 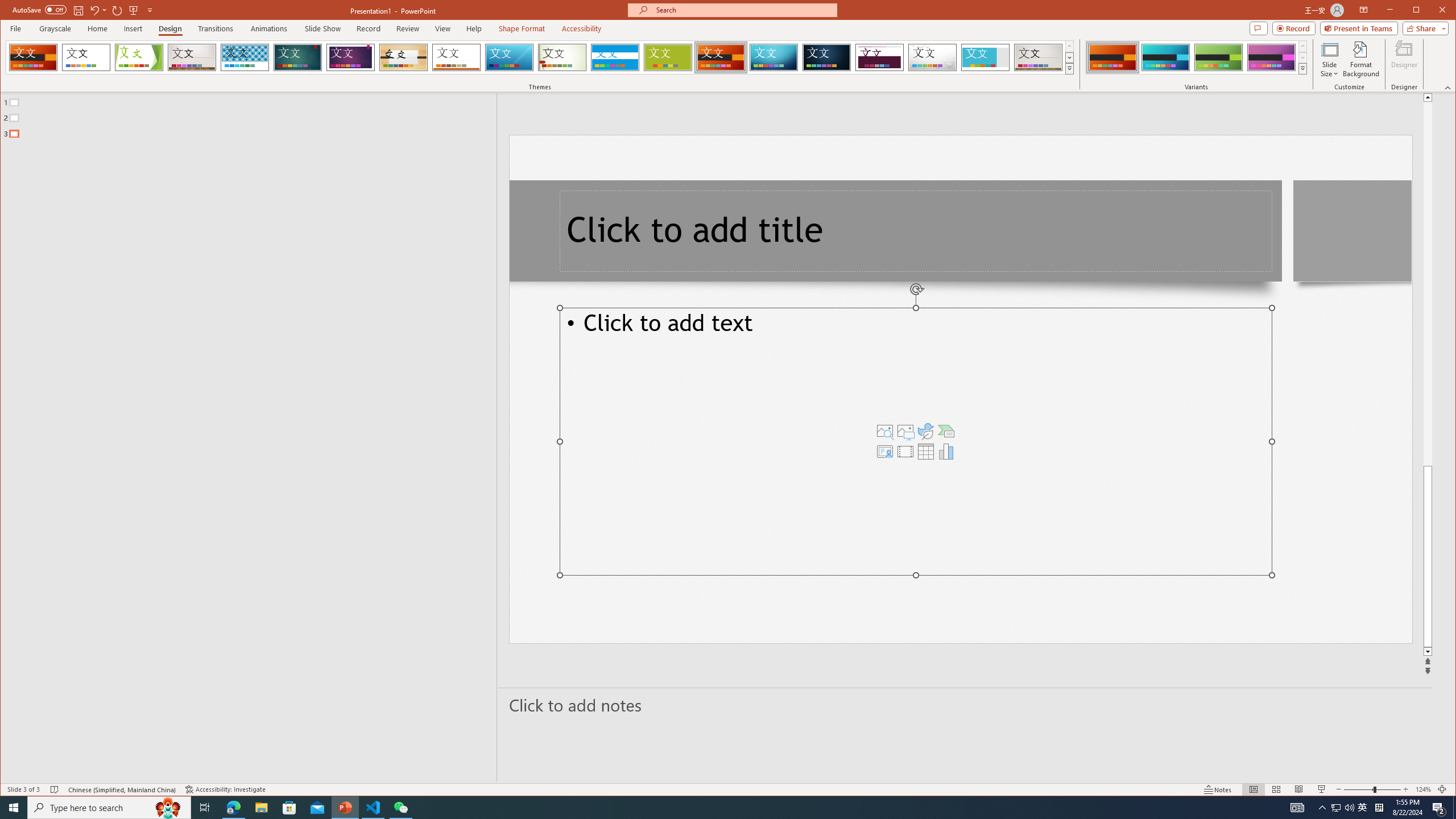 What do you see at coordinates (85, 57) in the screenshot?
I see `'Office Theme'` at bounding box center [85, 57].